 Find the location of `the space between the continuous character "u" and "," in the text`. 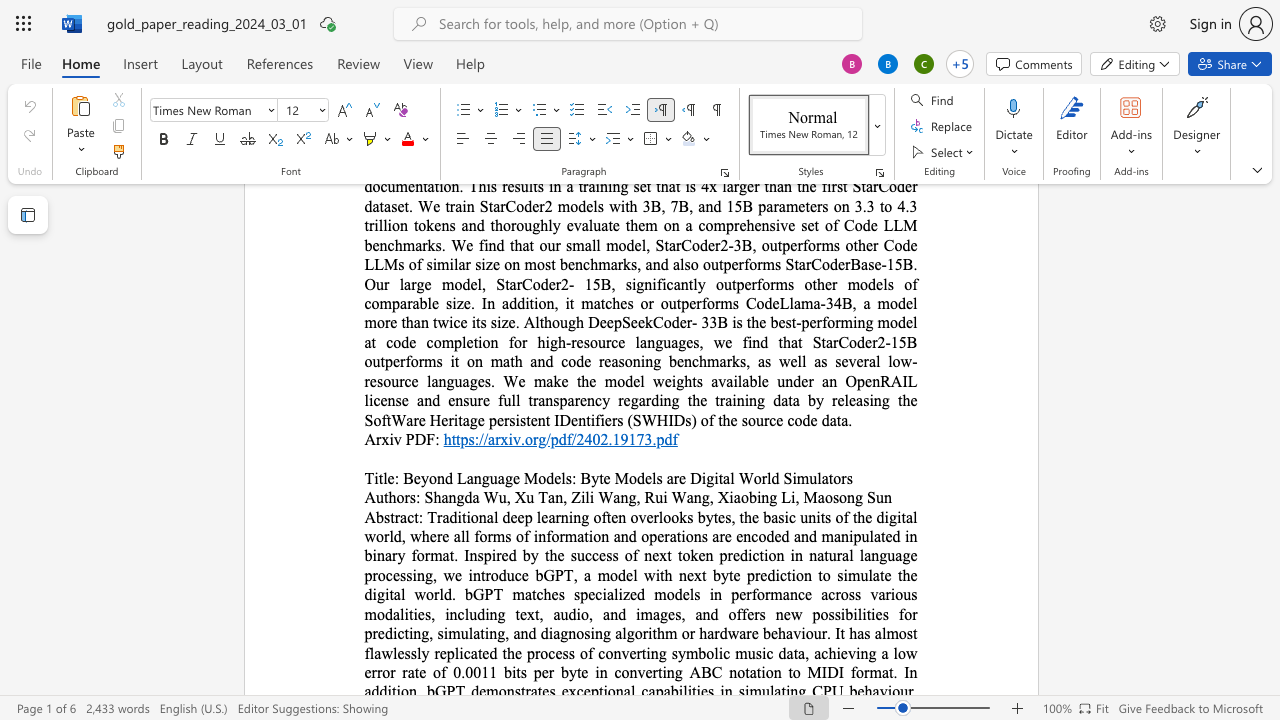

the space between the continuous character "u" and "," in the text is located at coordinates (505, 496).